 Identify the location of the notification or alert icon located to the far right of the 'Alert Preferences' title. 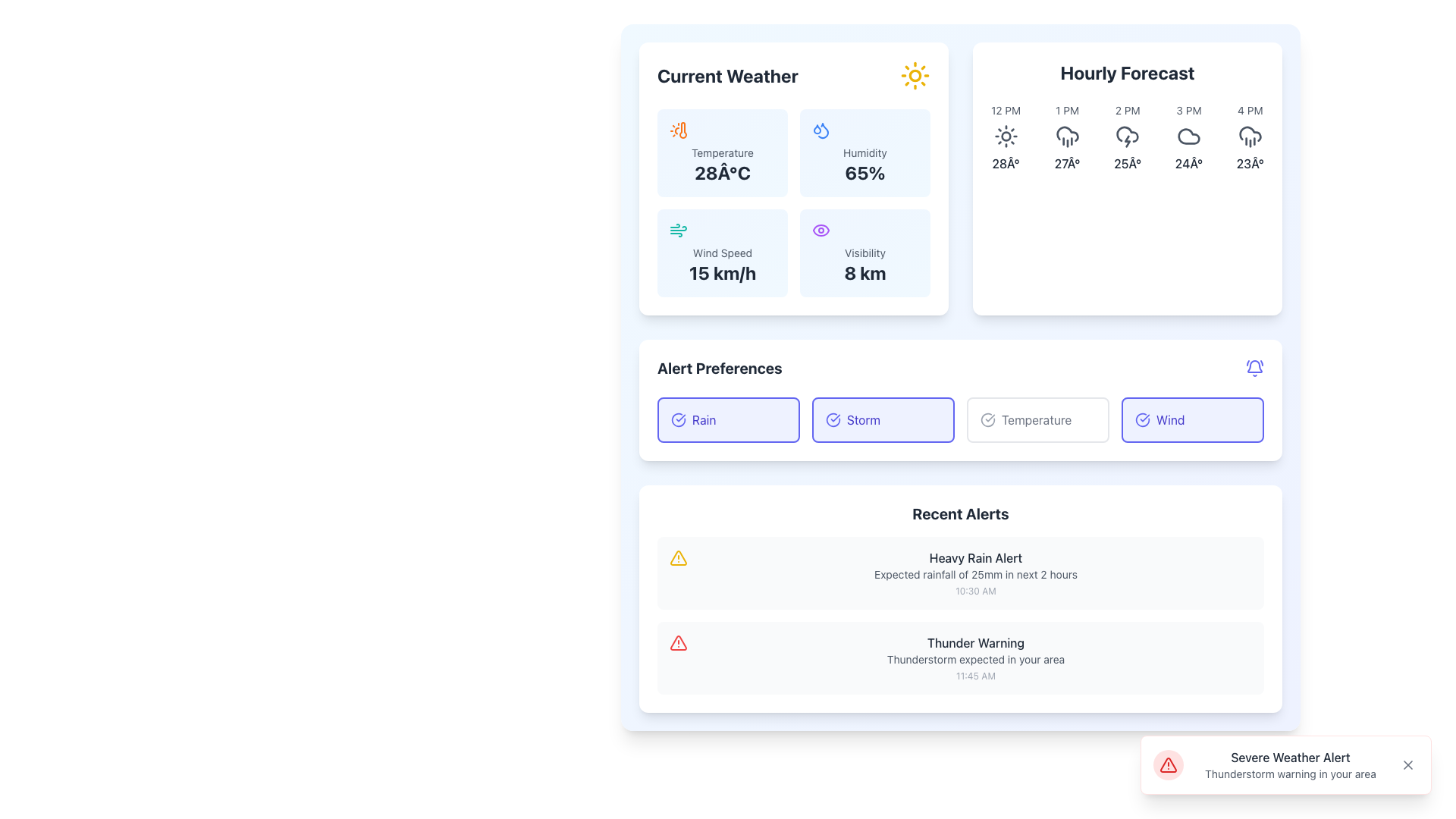
(1255, 369).